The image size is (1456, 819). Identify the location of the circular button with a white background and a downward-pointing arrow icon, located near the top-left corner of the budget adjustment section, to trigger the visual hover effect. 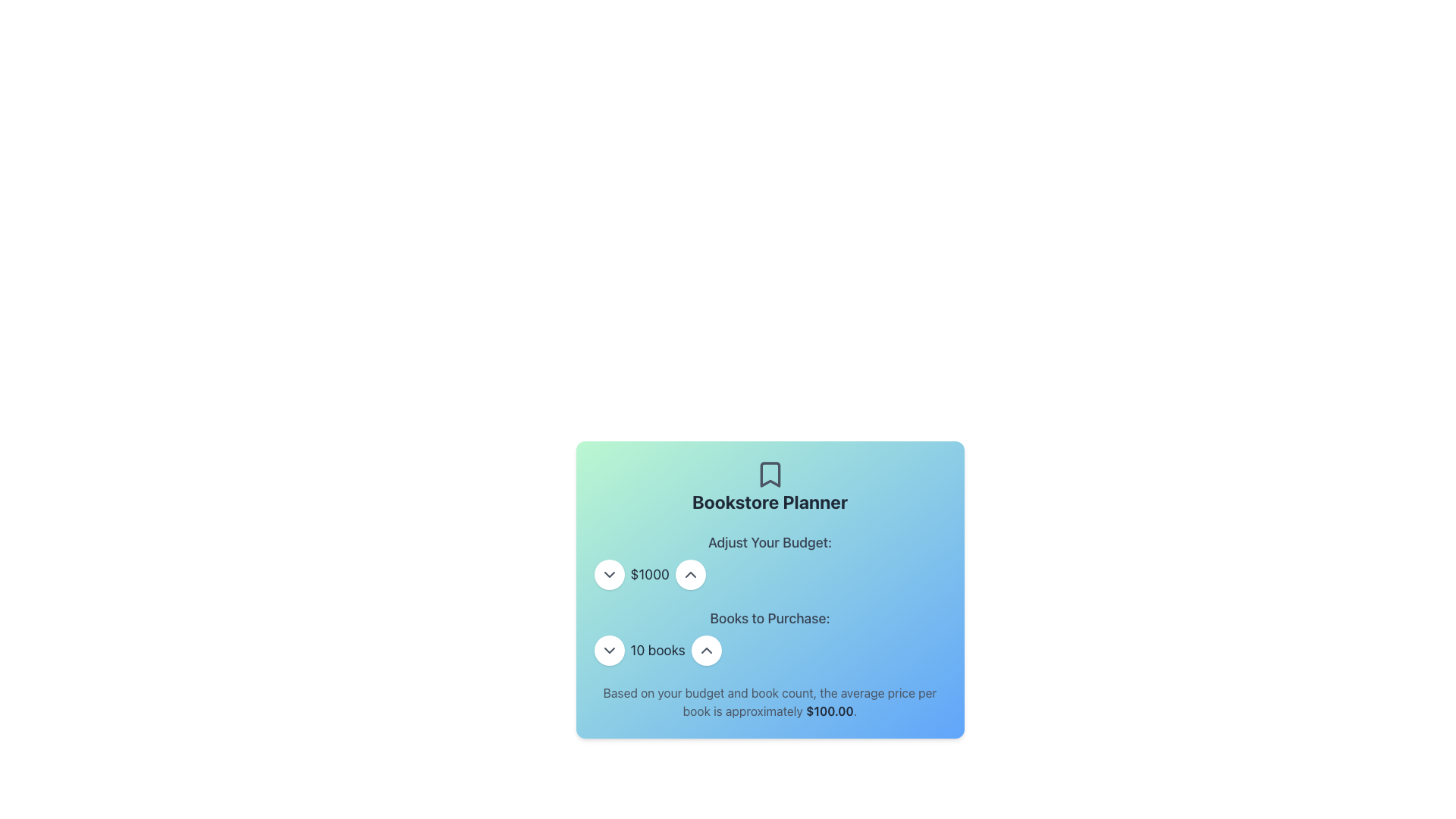
(609, 575).